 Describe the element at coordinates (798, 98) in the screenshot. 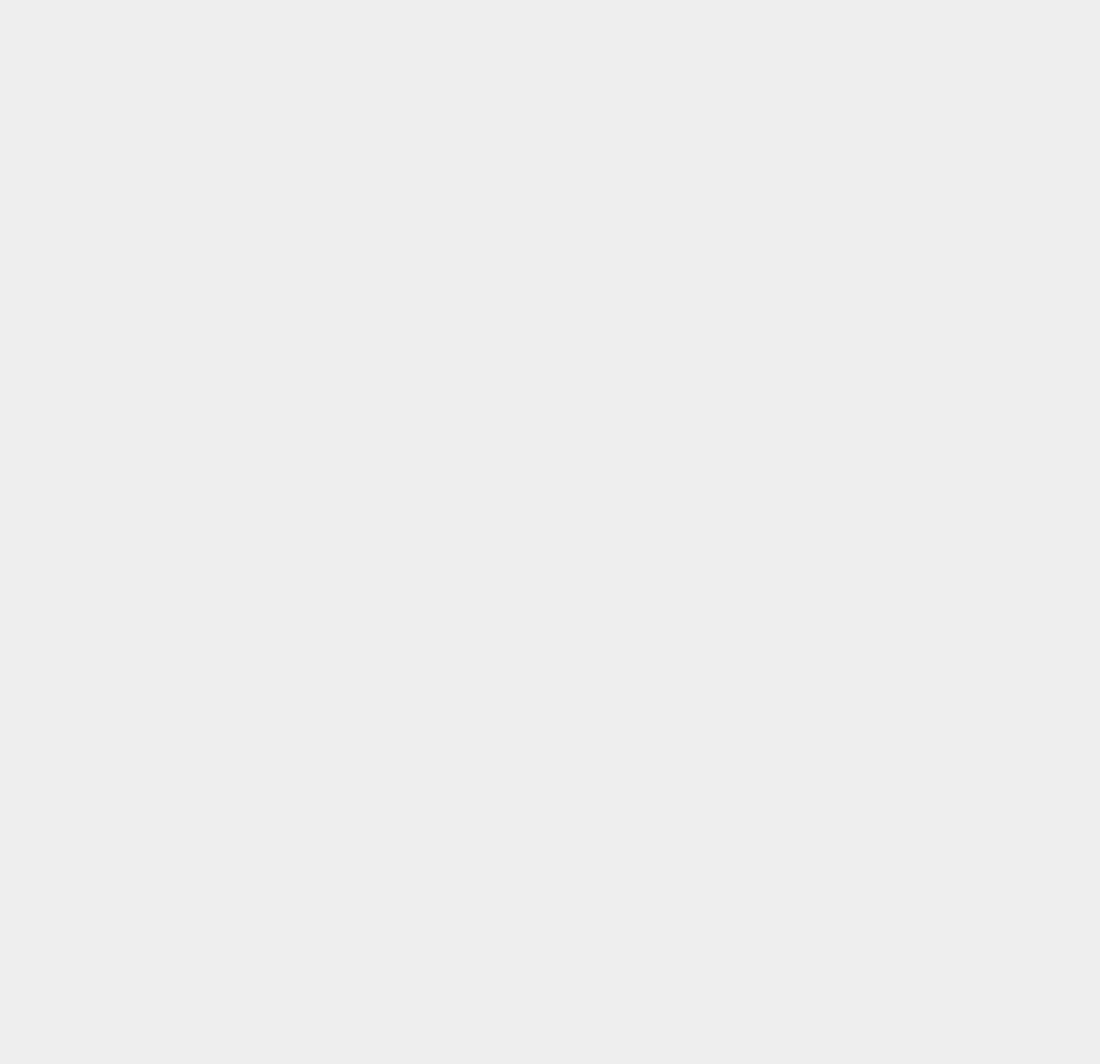

I see `'iOS 11'` at that location.